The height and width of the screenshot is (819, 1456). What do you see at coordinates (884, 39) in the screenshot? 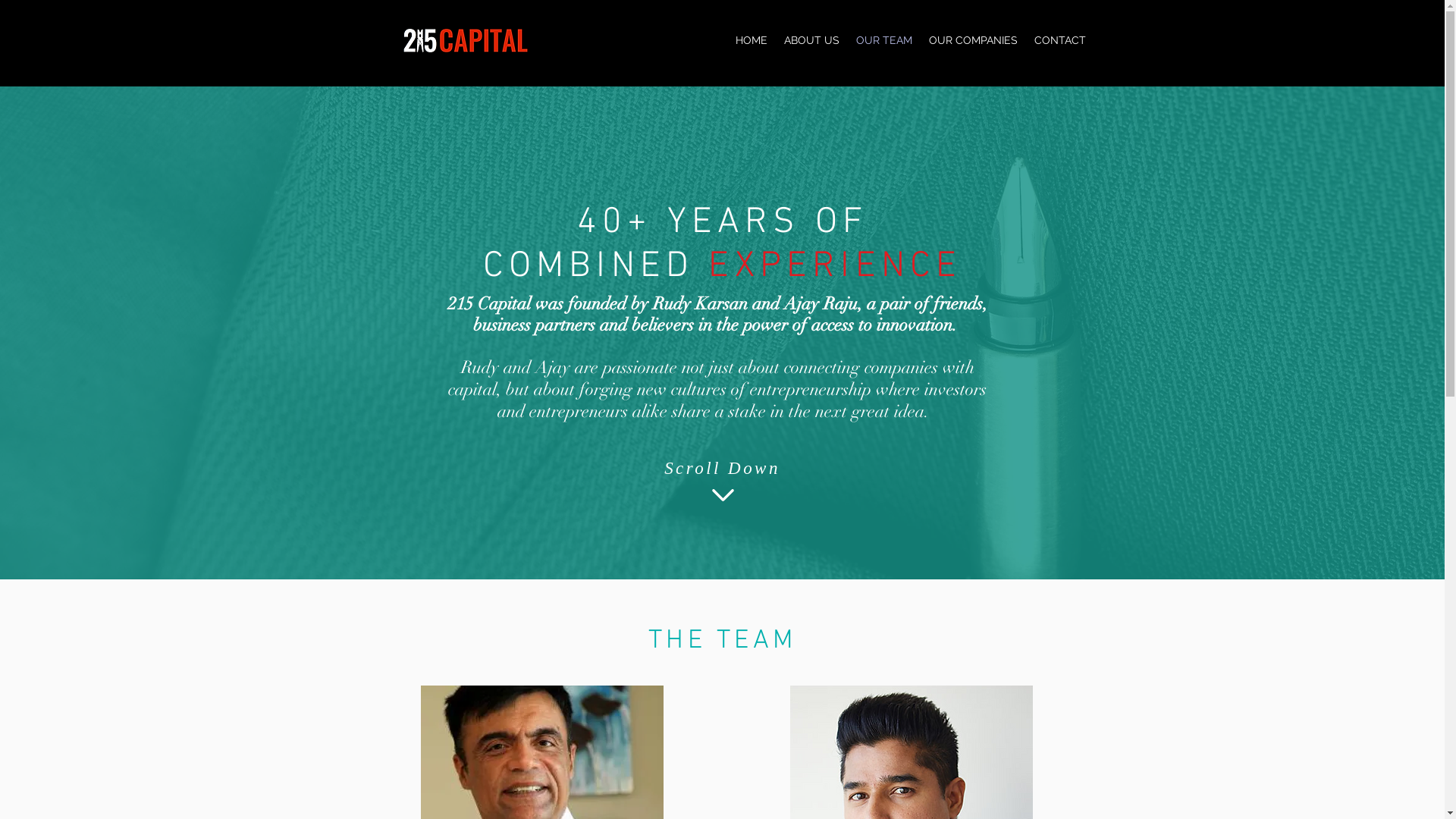
I see `'OUR TEAM'` at bounding box center [884, 39].